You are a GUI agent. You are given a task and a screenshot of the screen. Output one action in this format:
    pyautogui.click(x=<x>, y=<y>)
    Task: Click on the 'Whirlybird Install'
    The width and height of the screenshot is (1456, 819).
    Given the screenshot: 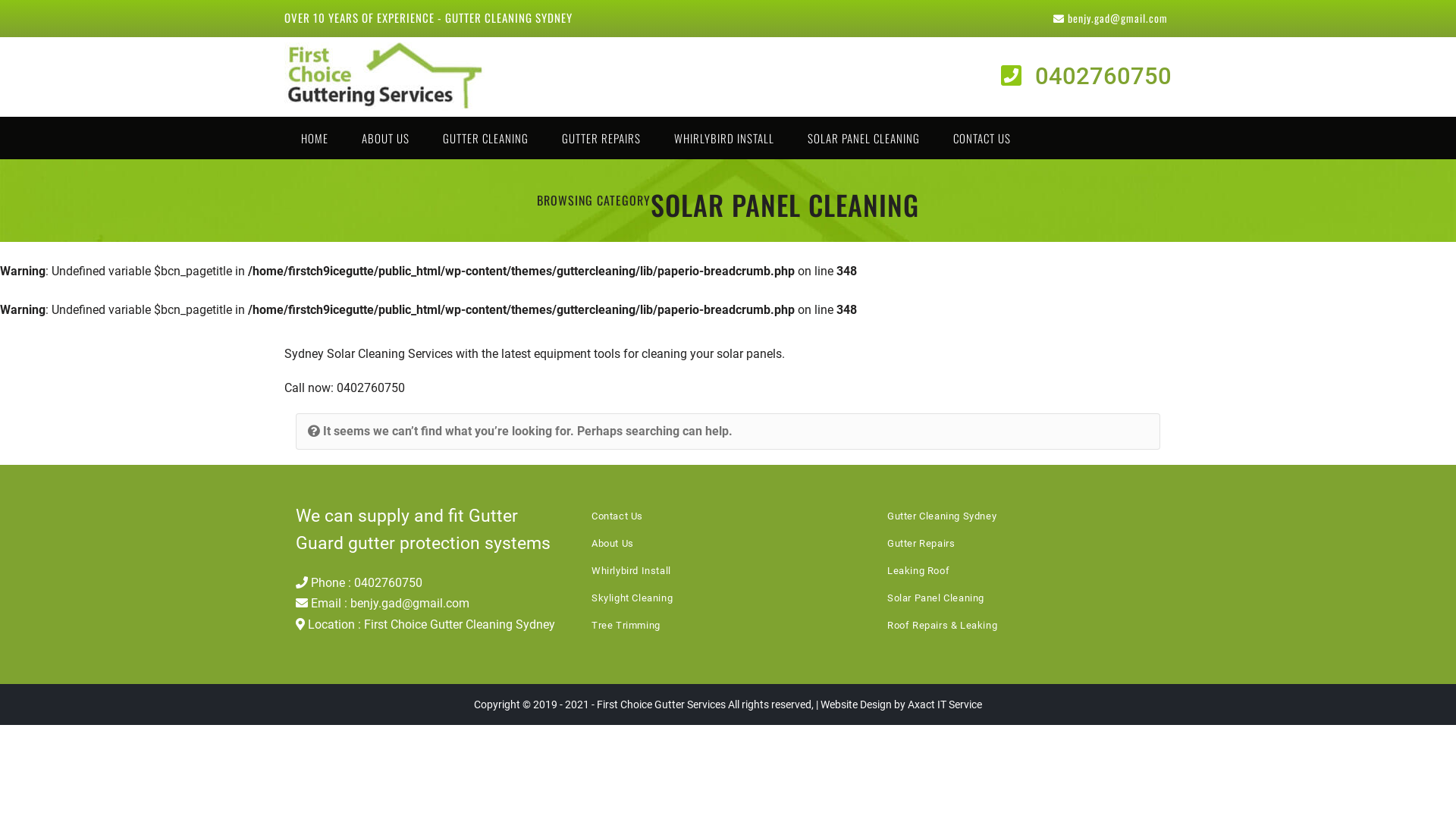 What is the action you would take?
    pyautogui.click(x=631, y=570)
    